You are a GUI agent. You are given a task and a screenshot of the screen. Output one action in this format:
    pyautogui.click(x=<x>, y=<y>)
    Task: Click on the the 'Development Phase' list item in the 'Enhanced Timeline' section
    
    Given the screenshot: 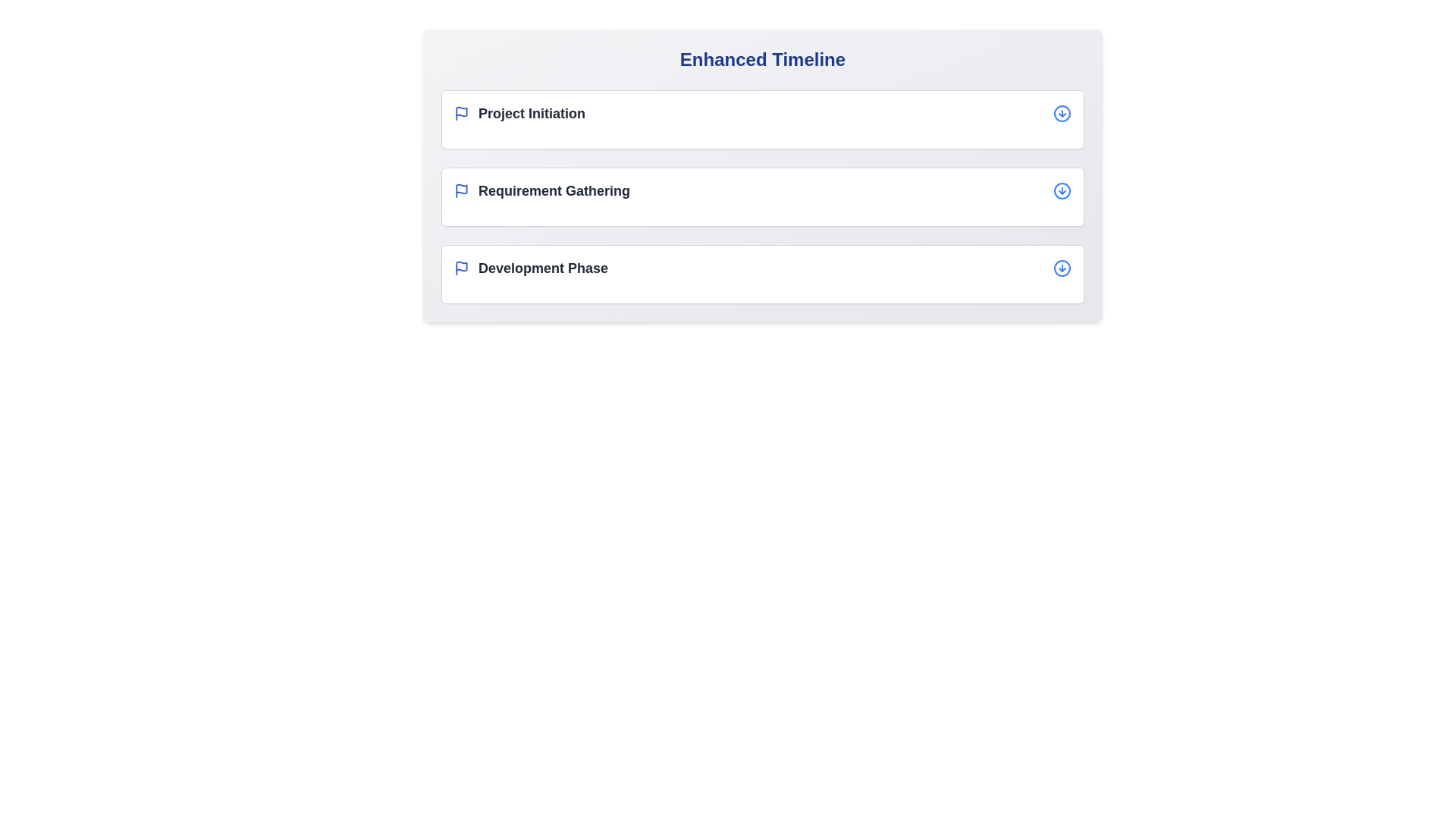 What is the action you would take?
    pyautogui.click(x=763, y=268)
    